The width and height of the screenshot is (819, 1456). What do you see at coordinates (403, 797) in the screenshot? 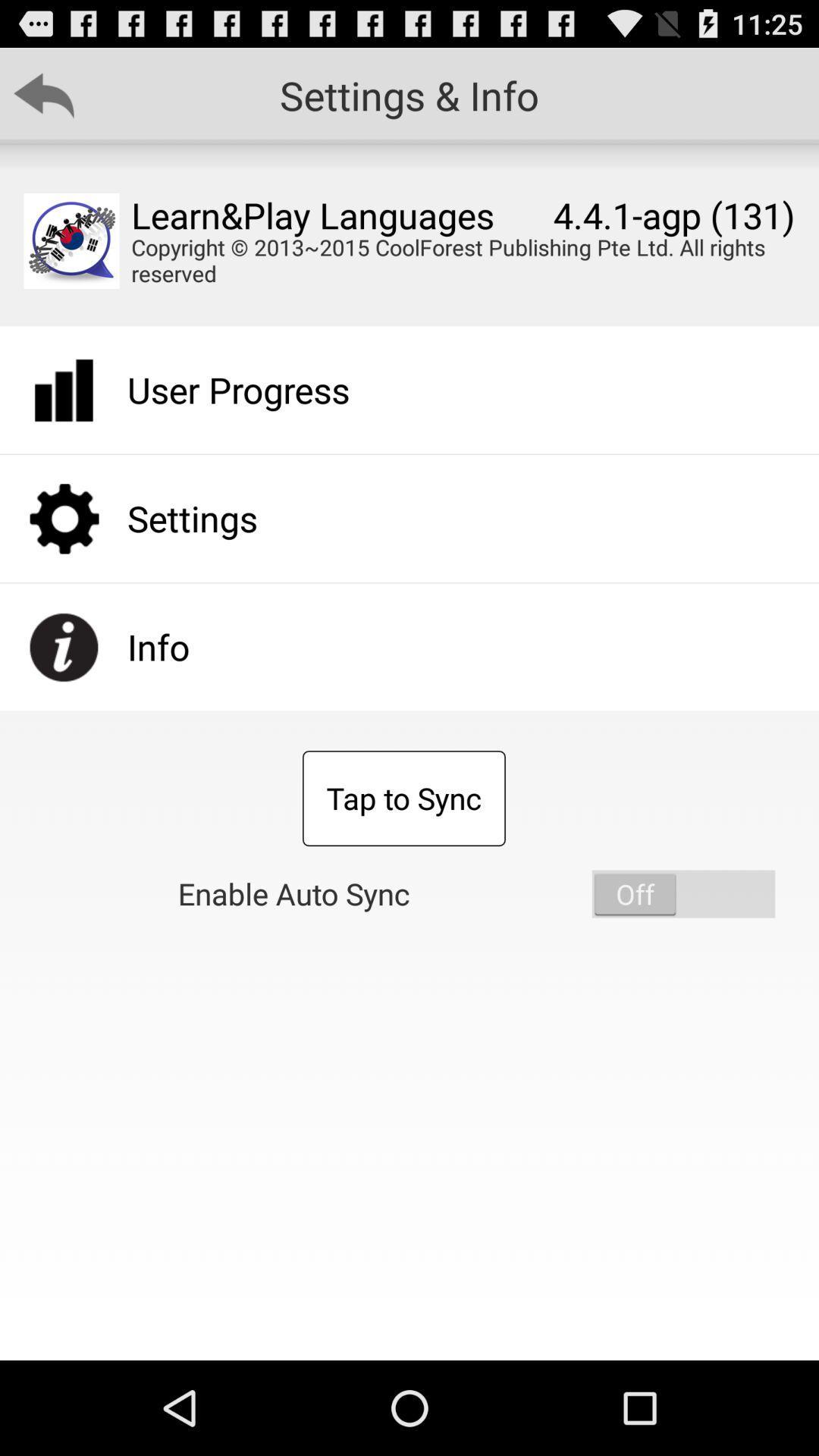
I see `the app below user progress app` at bounding box center [403, 797].